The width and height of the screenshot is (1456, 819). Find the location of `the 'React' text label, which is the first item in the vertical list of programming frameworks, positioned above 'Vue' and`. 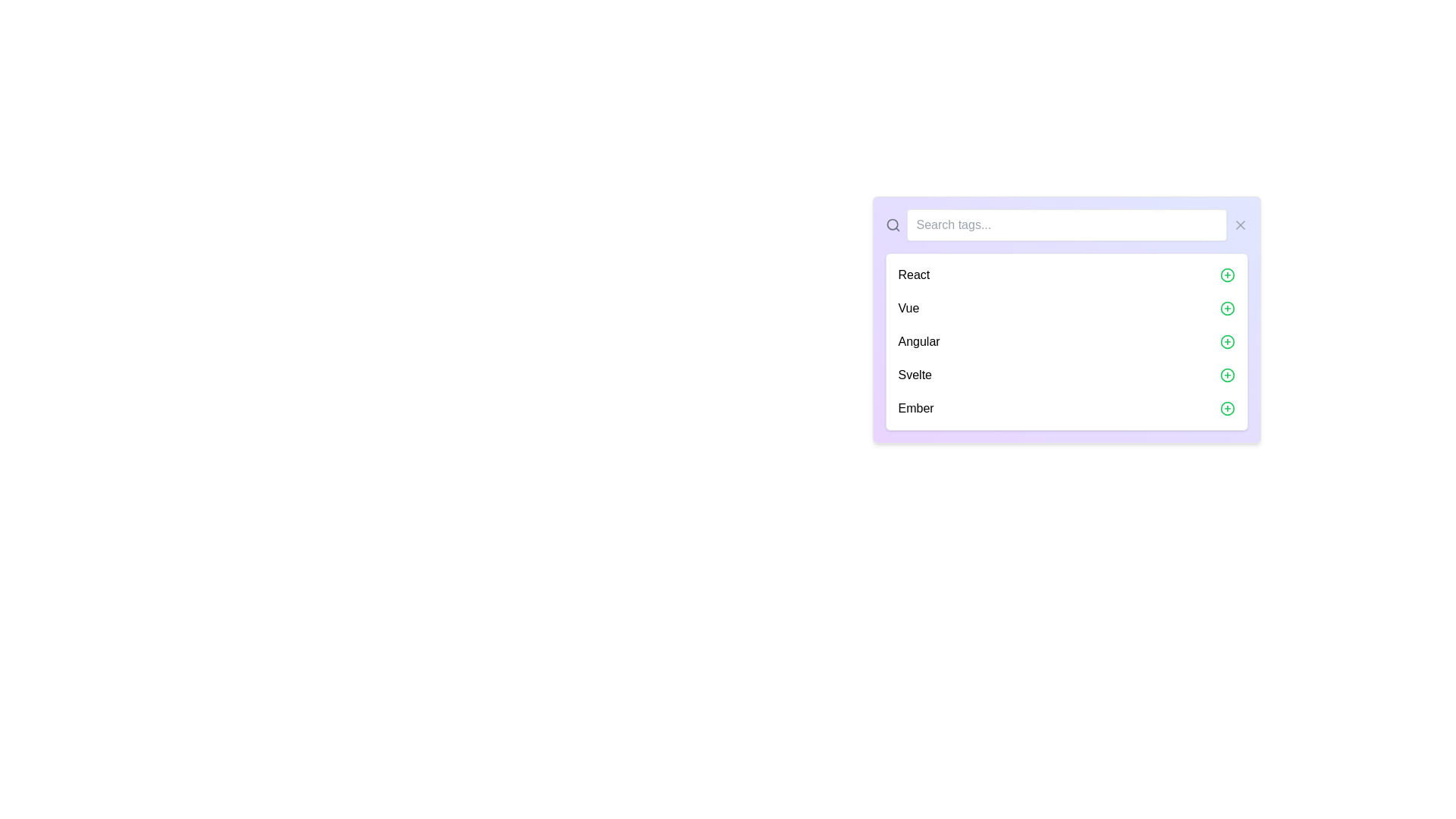

the 'React' text label, which is the first item in the vertical list of programming frameworks, positioned above 'Vue' and is located at coordinates (913, 275).